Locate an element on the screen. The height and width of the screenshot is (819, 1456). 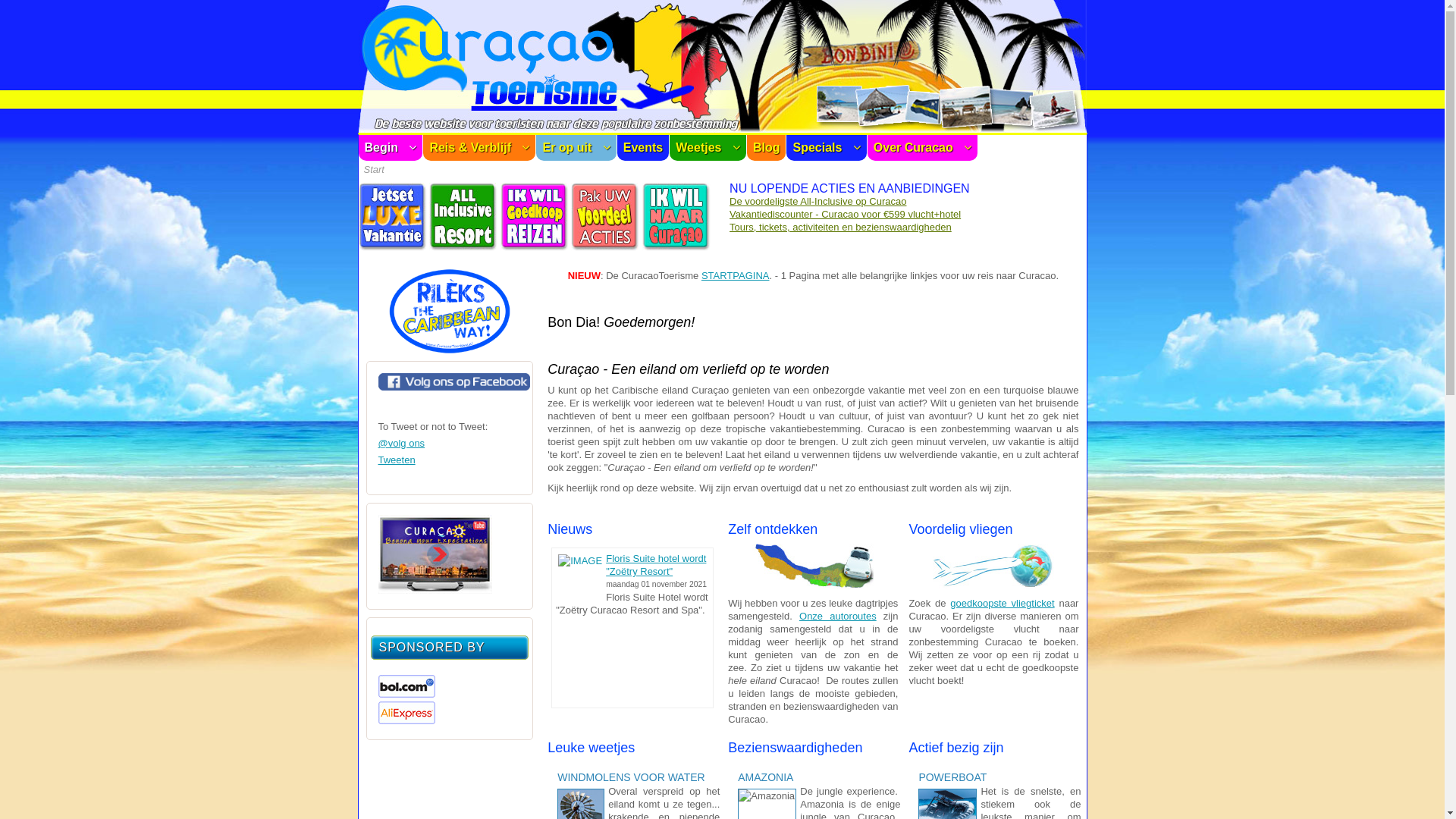
'Tours, tickets, activiteiten en bezienswaardigheden' is located at coordinates (839, 227).